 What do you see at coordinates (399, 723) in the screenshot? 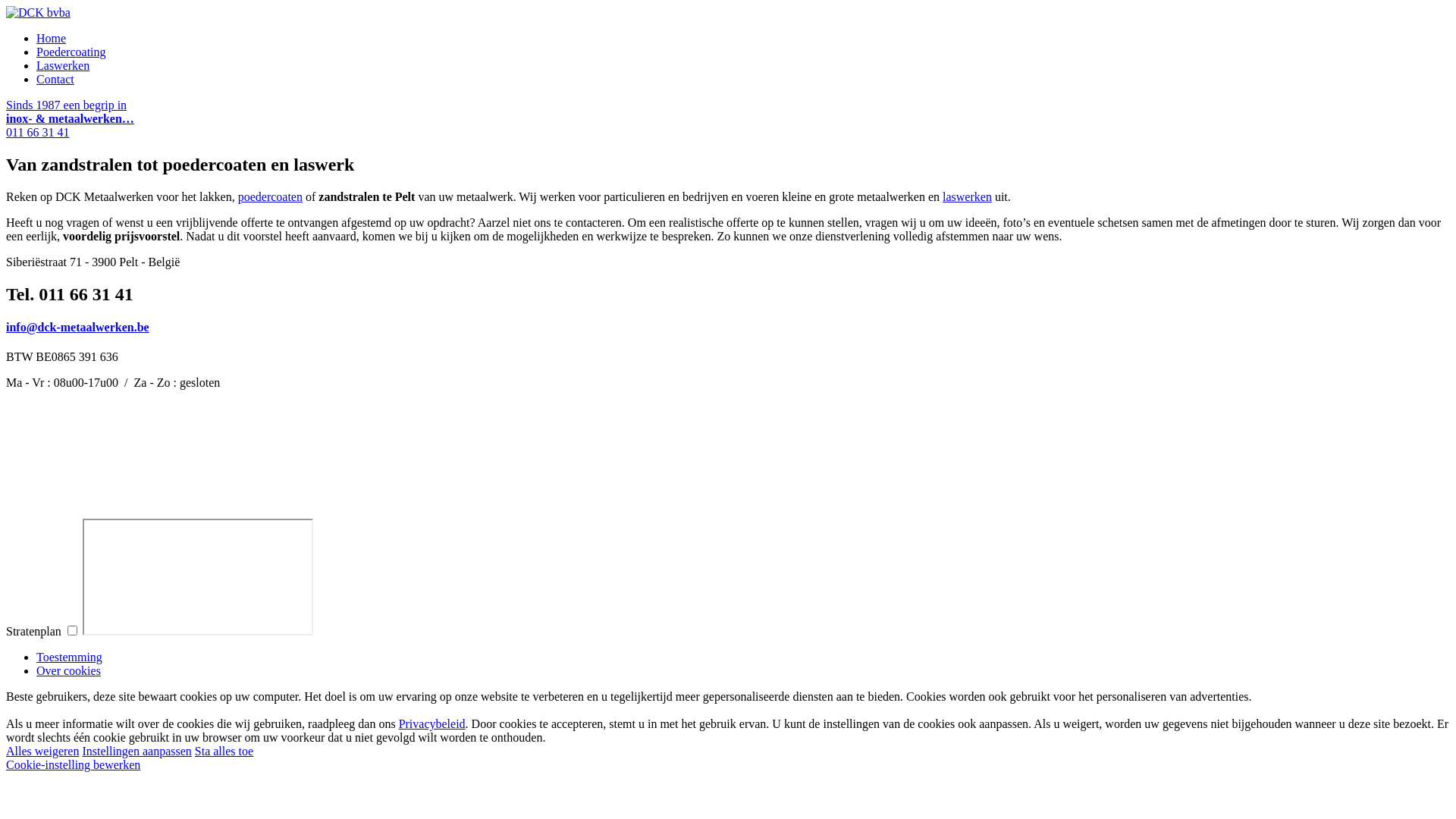
I see `'Privacybeleid'` at bounding box center [399, 723].